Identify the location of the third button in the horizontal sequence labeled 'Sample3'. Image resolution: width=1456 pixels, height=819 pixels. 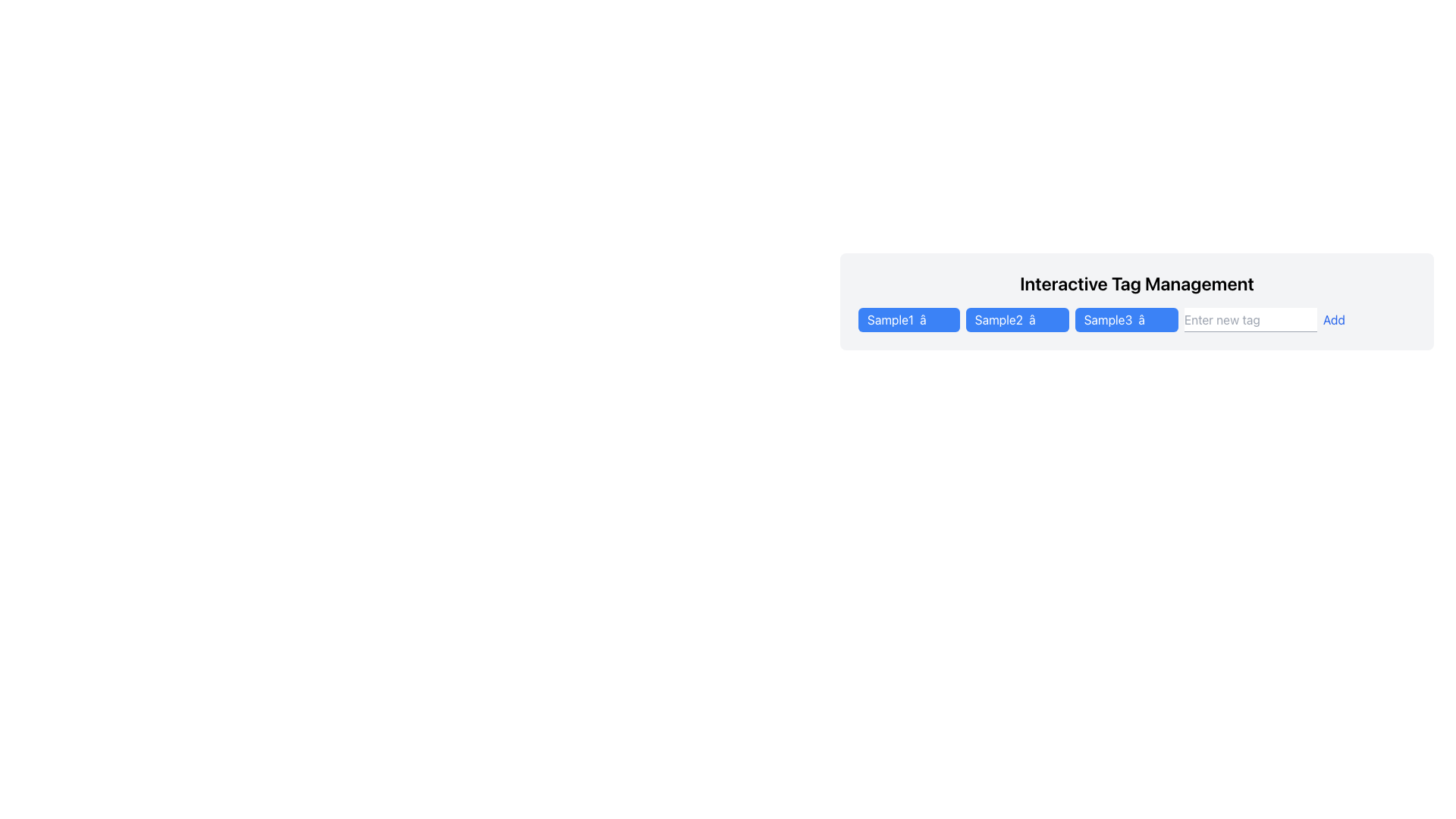
(1108, 318).